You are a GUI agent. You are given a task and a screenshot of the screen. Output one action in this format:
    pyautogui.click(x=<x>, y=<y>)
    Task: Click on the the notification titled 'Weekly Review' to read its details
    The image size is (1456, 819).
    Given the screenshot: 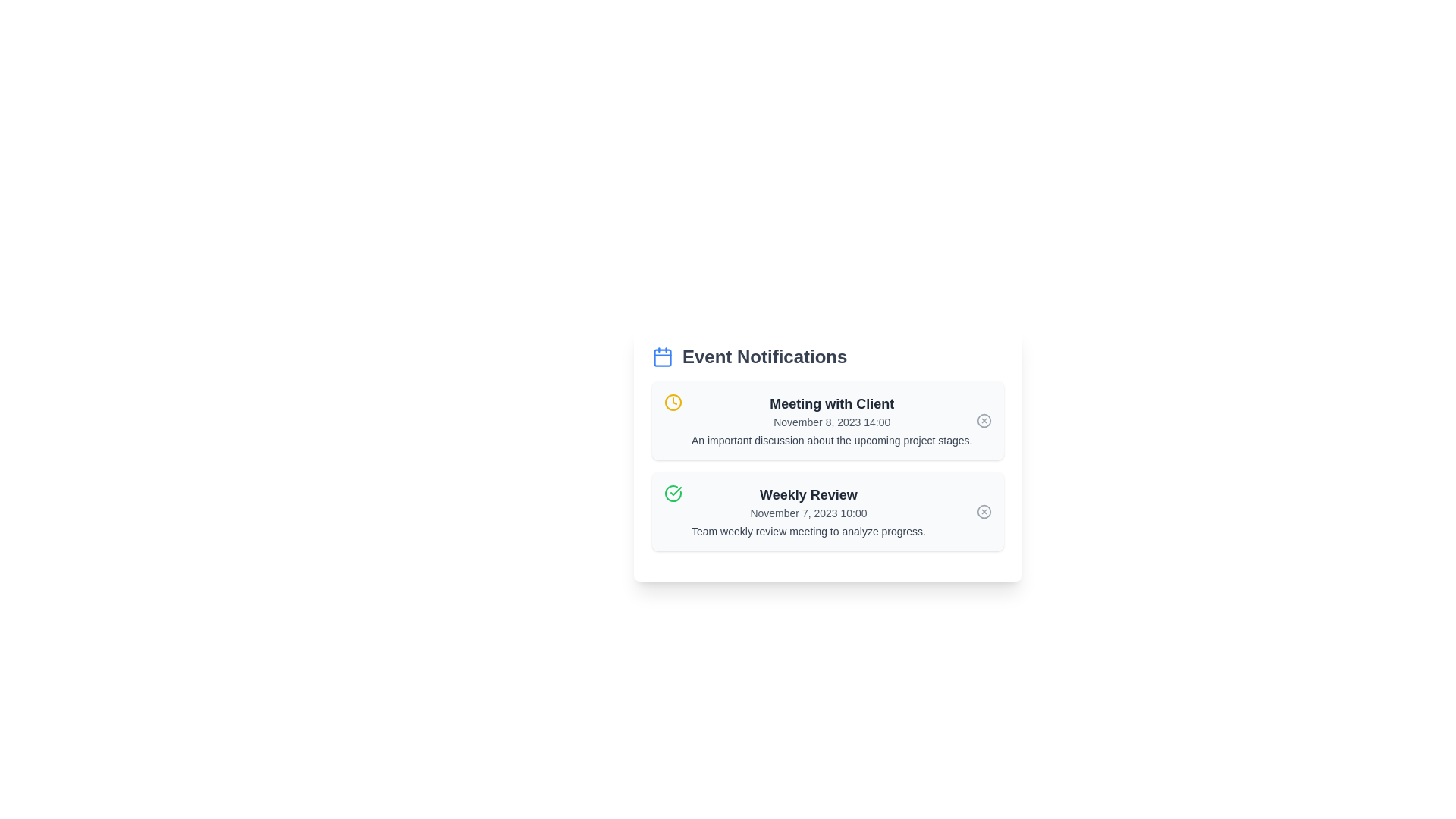 What is the action you would take?
    pyautogui.click(x=827, y=512)
    